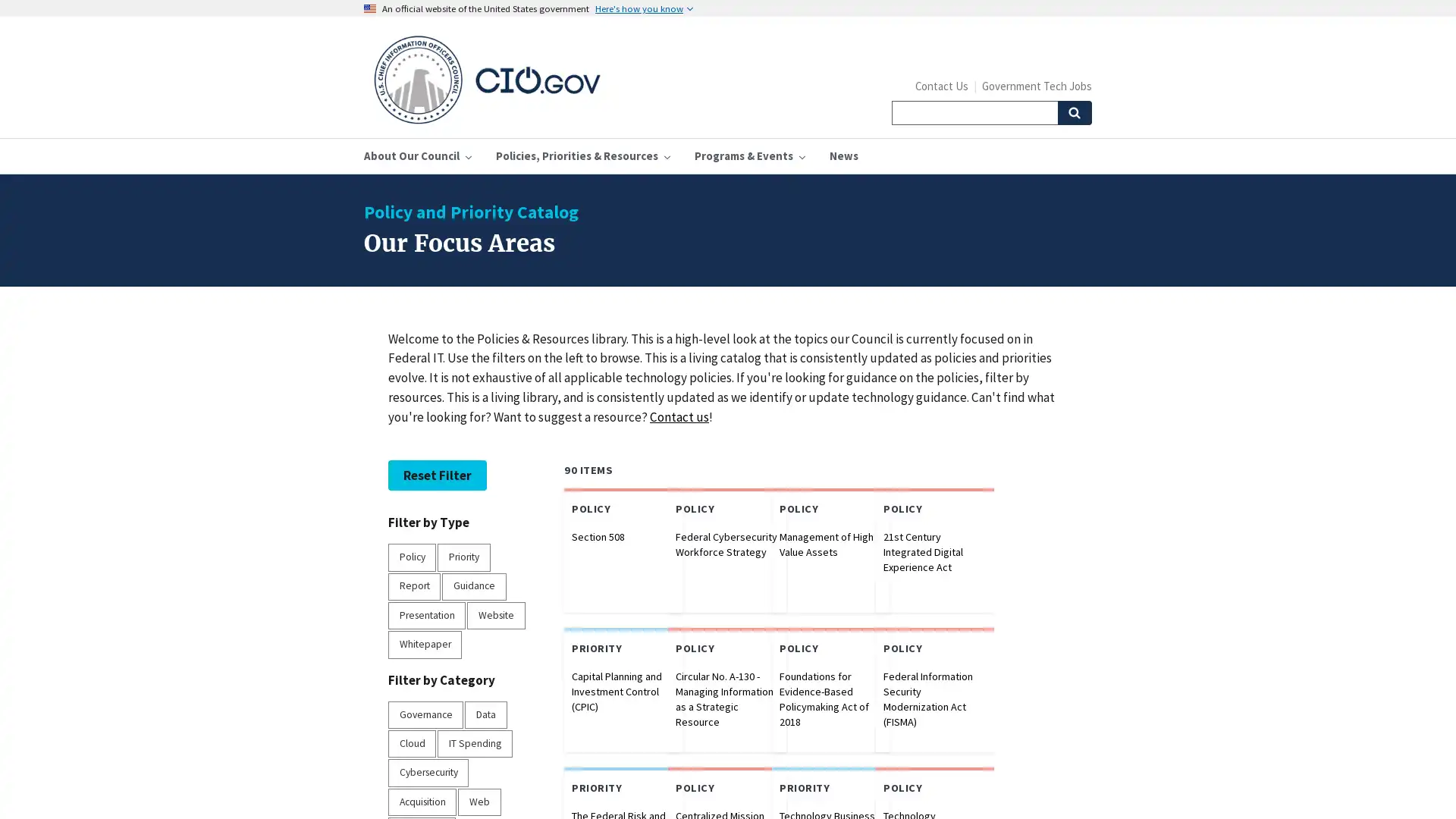 The width and height of the screenshot is (1456, 819). I want to click on About Our Council, so click(418, 155).